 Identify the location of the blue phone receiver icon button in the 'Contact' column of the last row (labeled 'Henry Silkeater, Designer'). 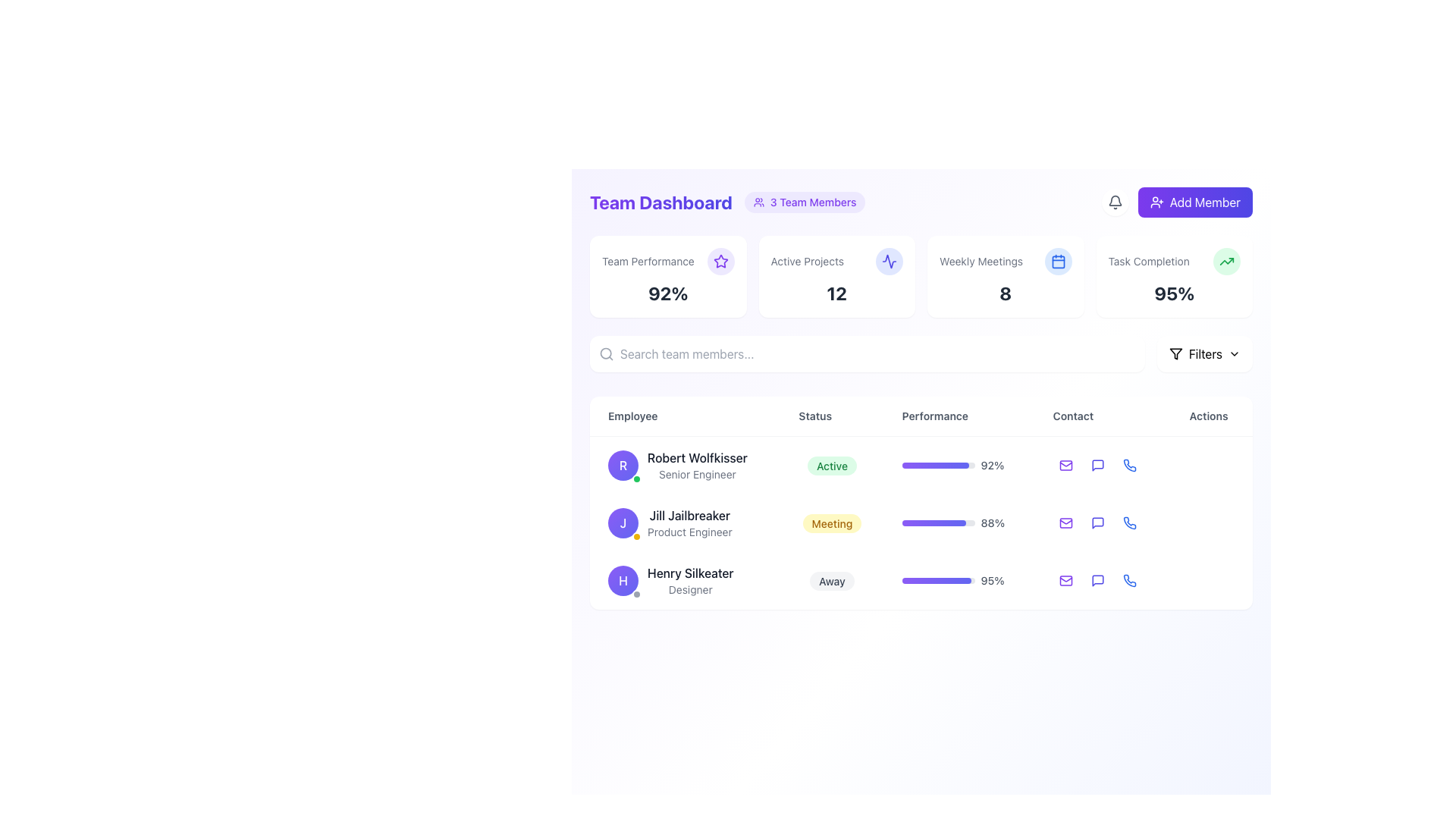
(1129, 580).